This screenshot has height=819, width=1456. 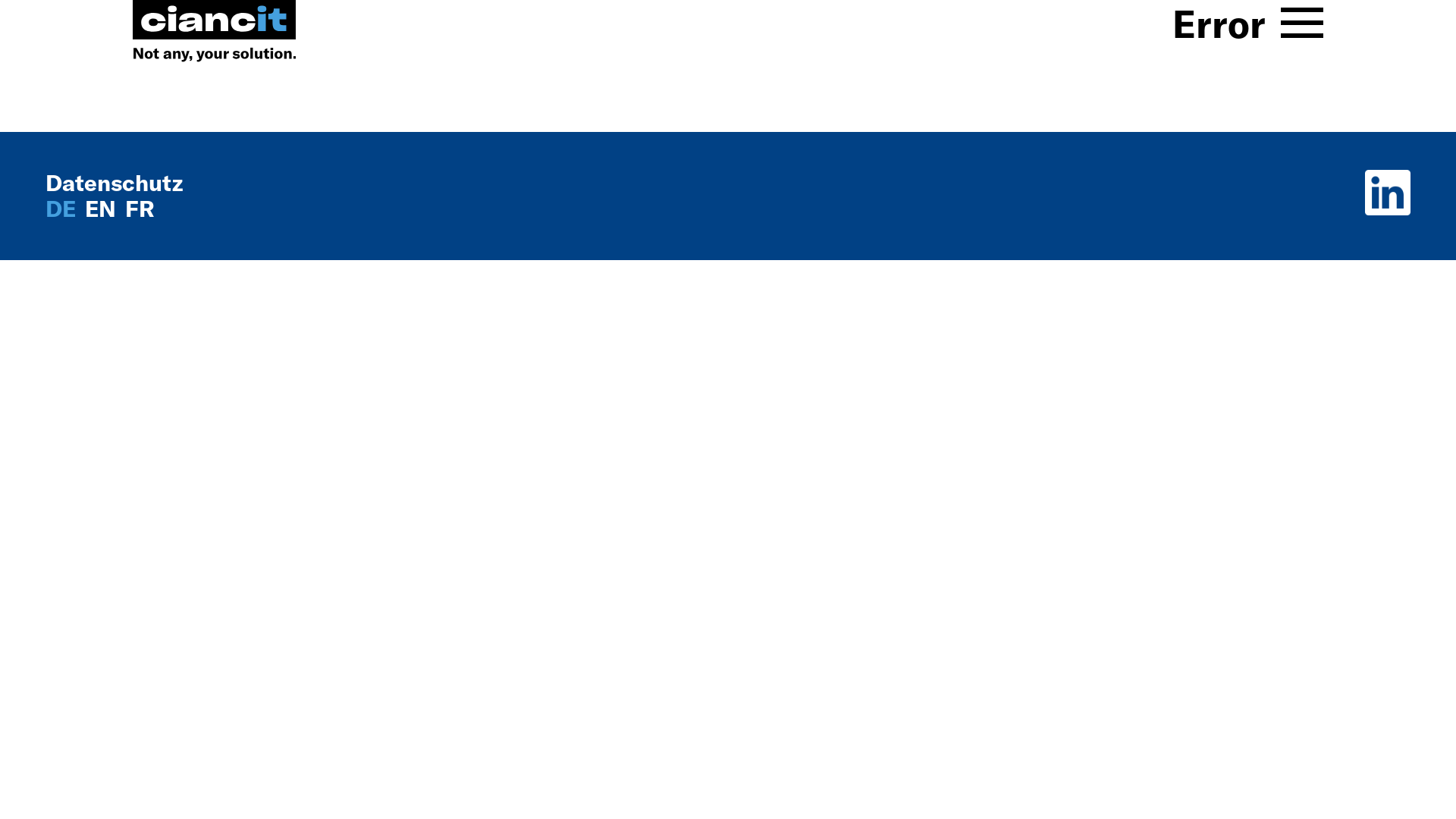 What do you see at coordinates (140, 208) in the screenshot?
I see `'FR'` at bounding box center [140, 208].